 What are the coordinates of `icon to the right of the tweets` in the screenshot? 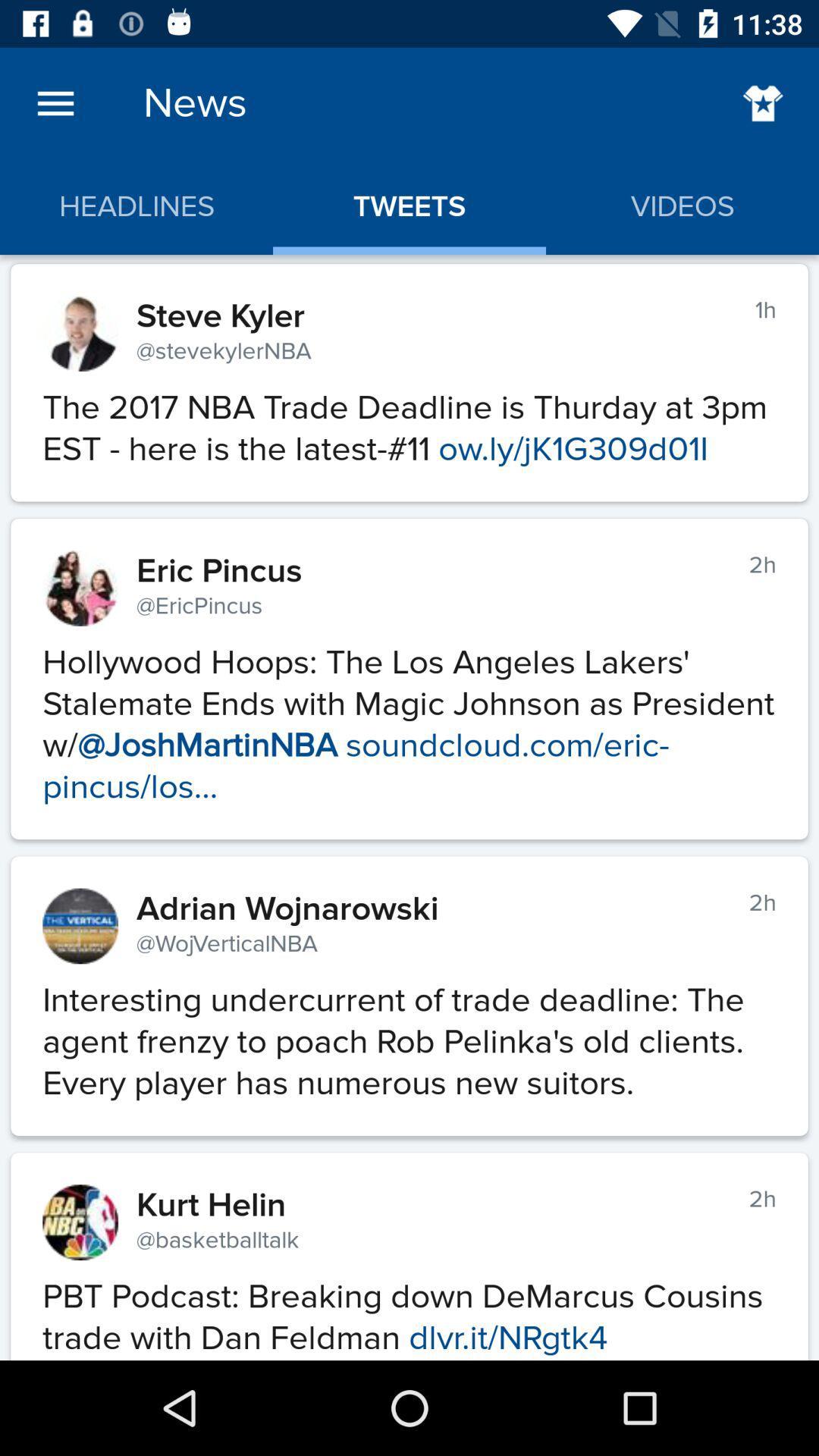 It's located at (763, 102).